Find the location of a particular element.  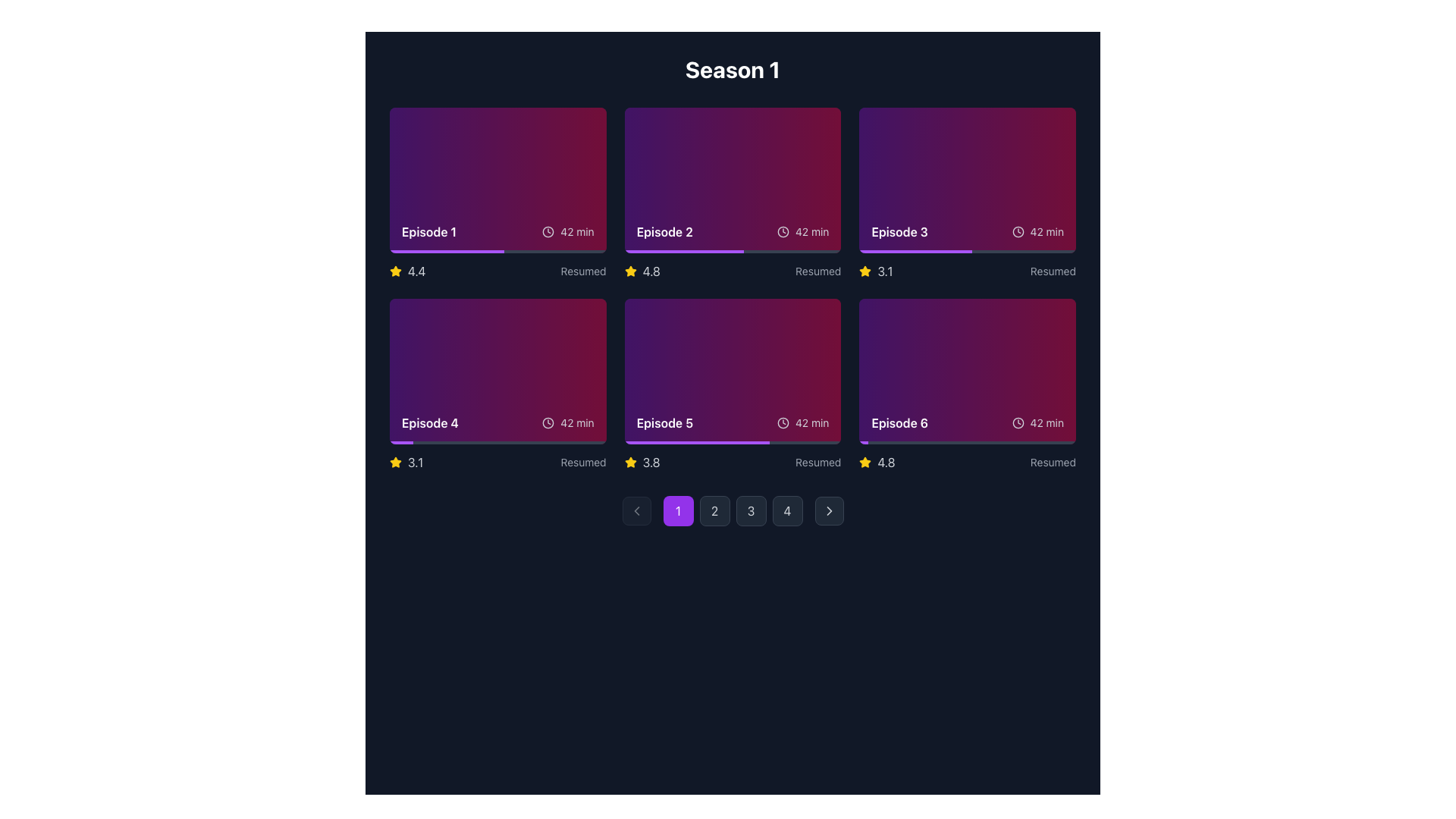

the light gray text label displaying '42 min' located at the bottom right corner of the 'Episode 4' section, adjacent to a clock icon is located at coordinates (576, 423).